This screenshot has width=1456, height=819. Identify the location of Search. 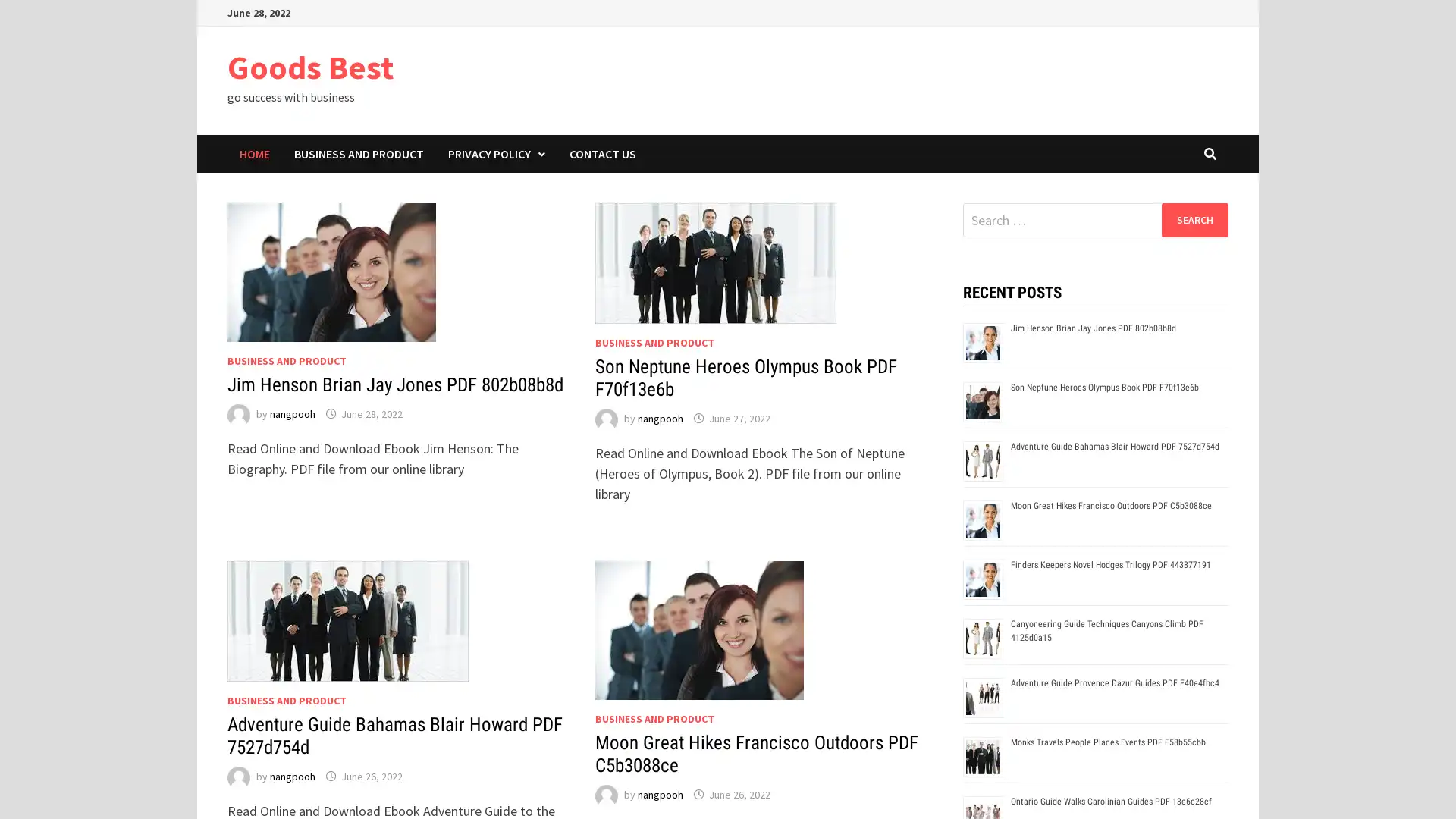
(1194, 219).